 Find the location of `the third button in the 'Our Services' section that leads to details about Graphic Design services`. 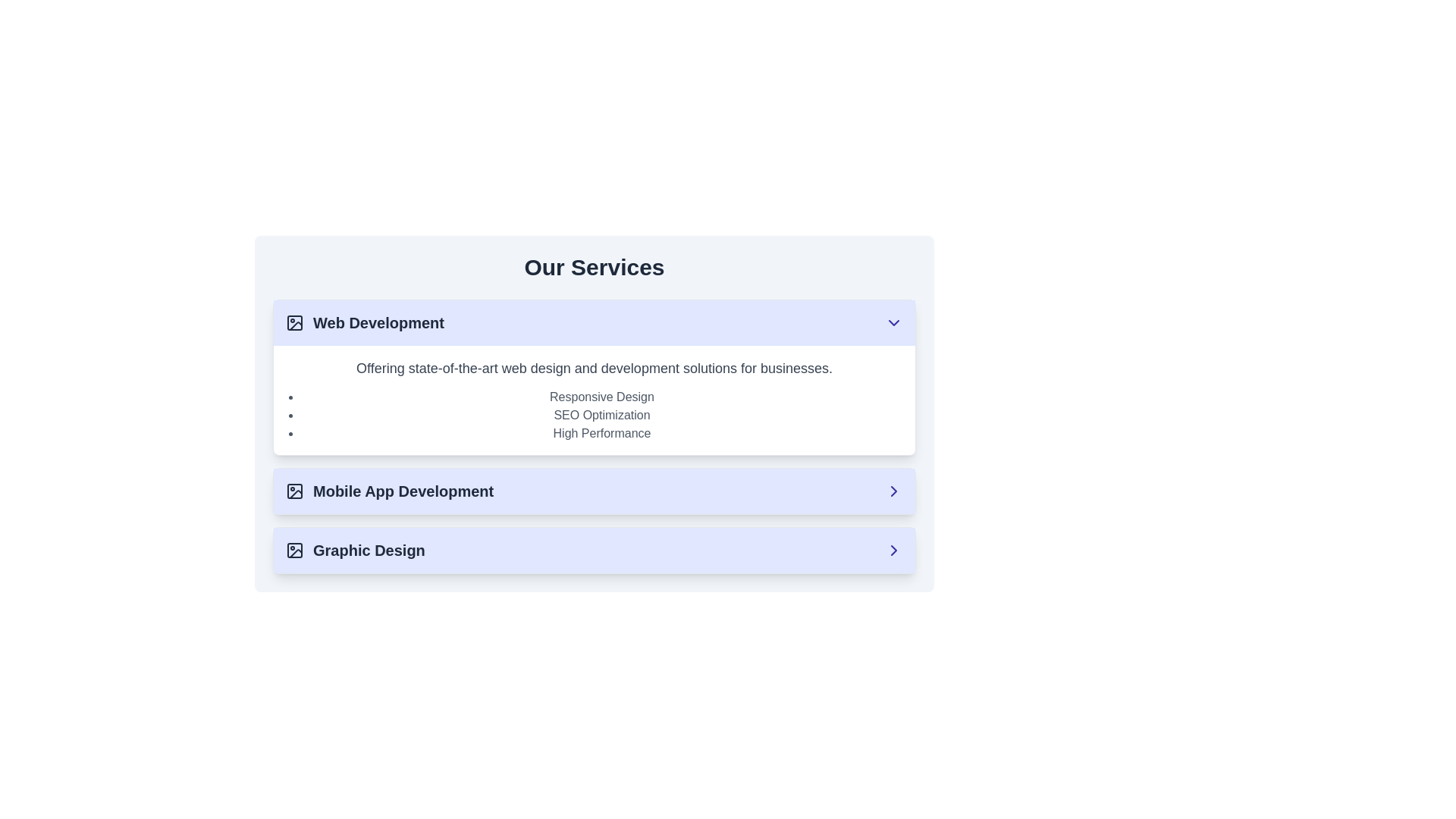

the third button in the 'Our Services' section that leads to details about Graphic Design services is located at coordinates (593, 550).